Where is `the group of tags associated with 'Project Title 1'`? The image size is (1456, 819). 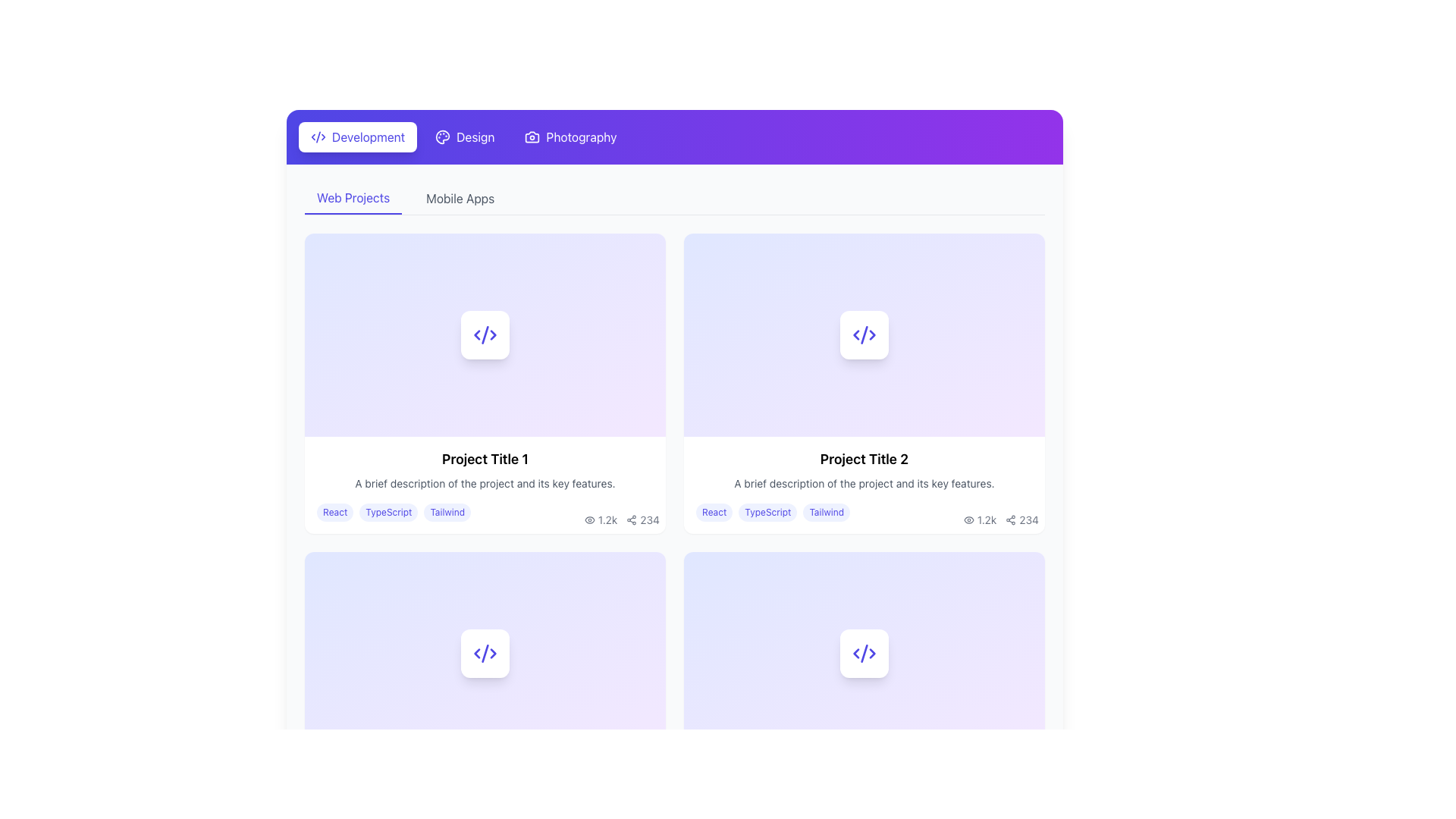
the group of tags associated with 'Project Title 1' is located at coordinates (484, 512).